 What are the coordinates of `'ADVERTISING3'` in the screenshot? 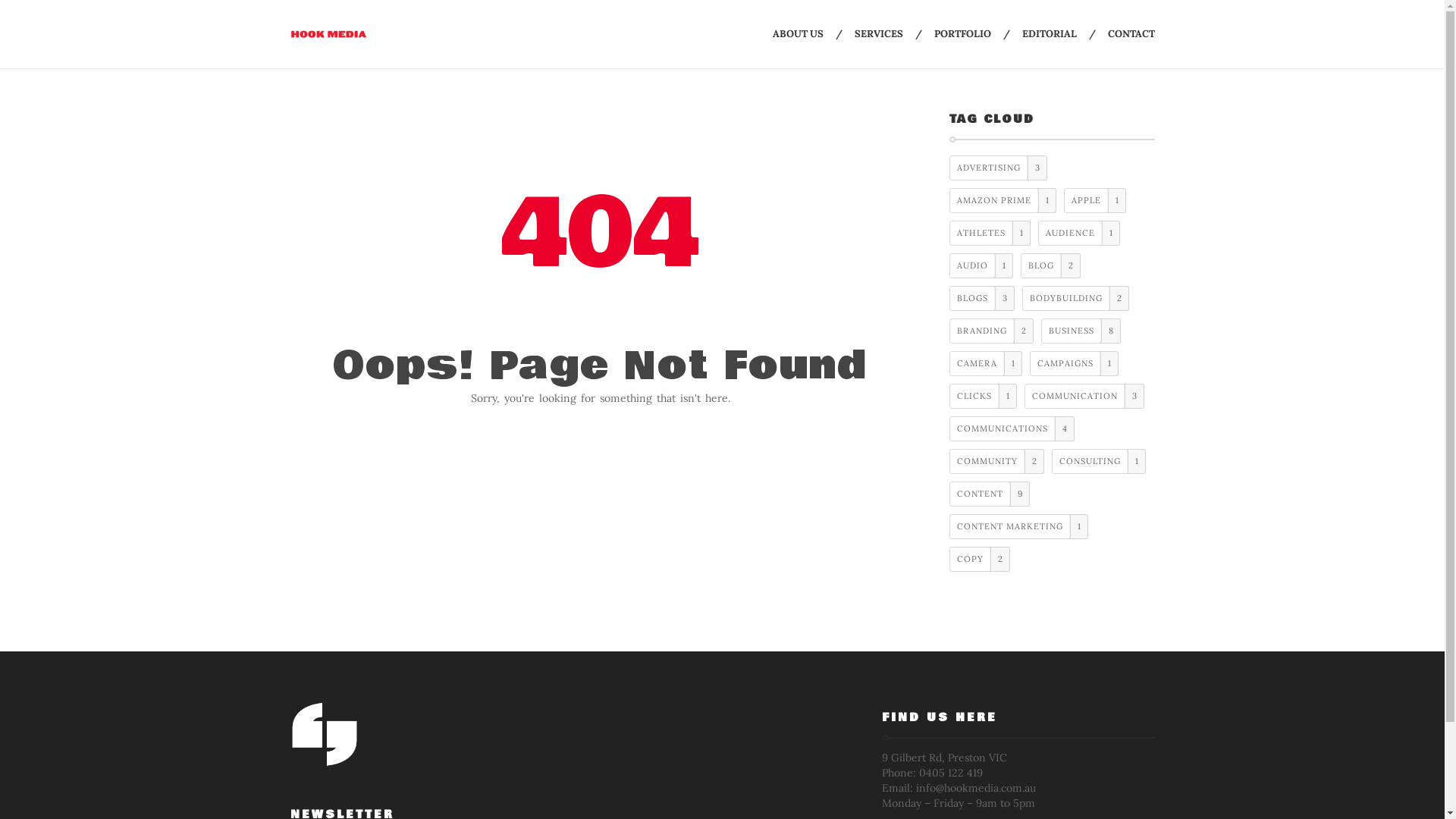 It's located at (949, 168).